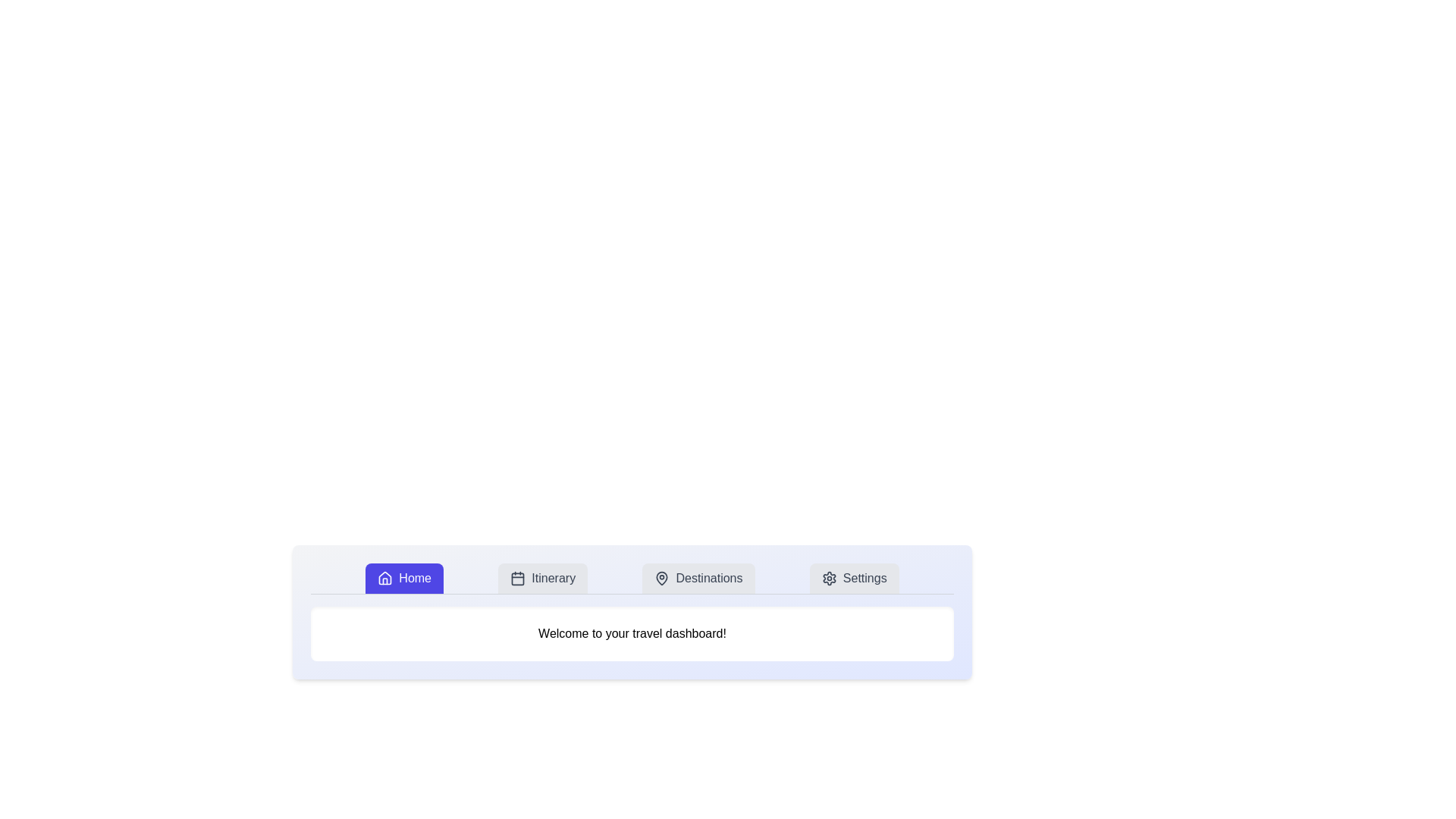 This screenshot has width=1456, height=819. I want to click on the 'Home' tab icon located in the top navigation bar, which is part of the SVG representation of the house icon, so click(385, 578).